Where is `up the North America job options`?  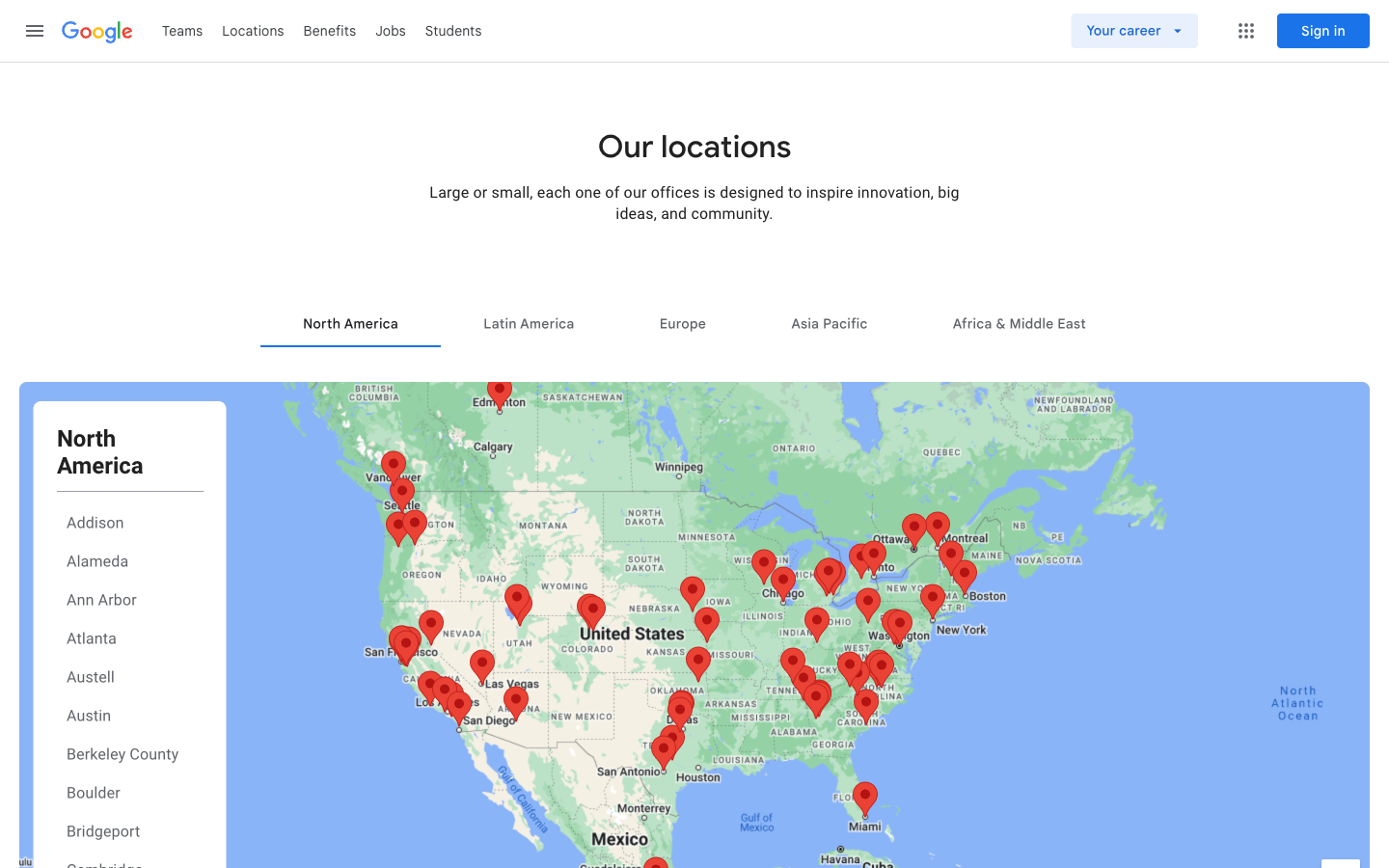 up the North America job options is located at coordinates (349, 322).